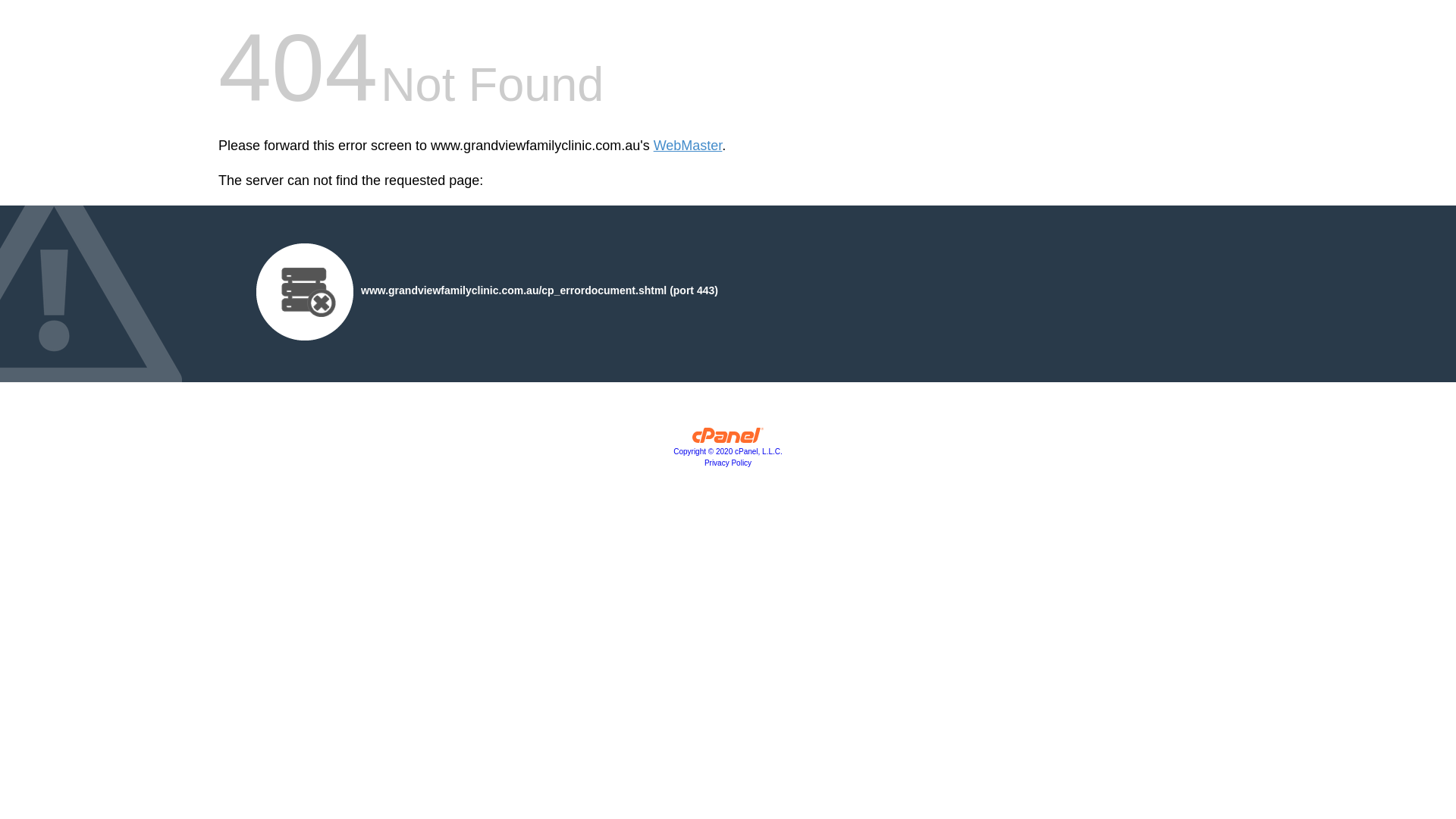 The image size is (1456, 819). I want to click on 'Privacy Policy', so click(728, 462).